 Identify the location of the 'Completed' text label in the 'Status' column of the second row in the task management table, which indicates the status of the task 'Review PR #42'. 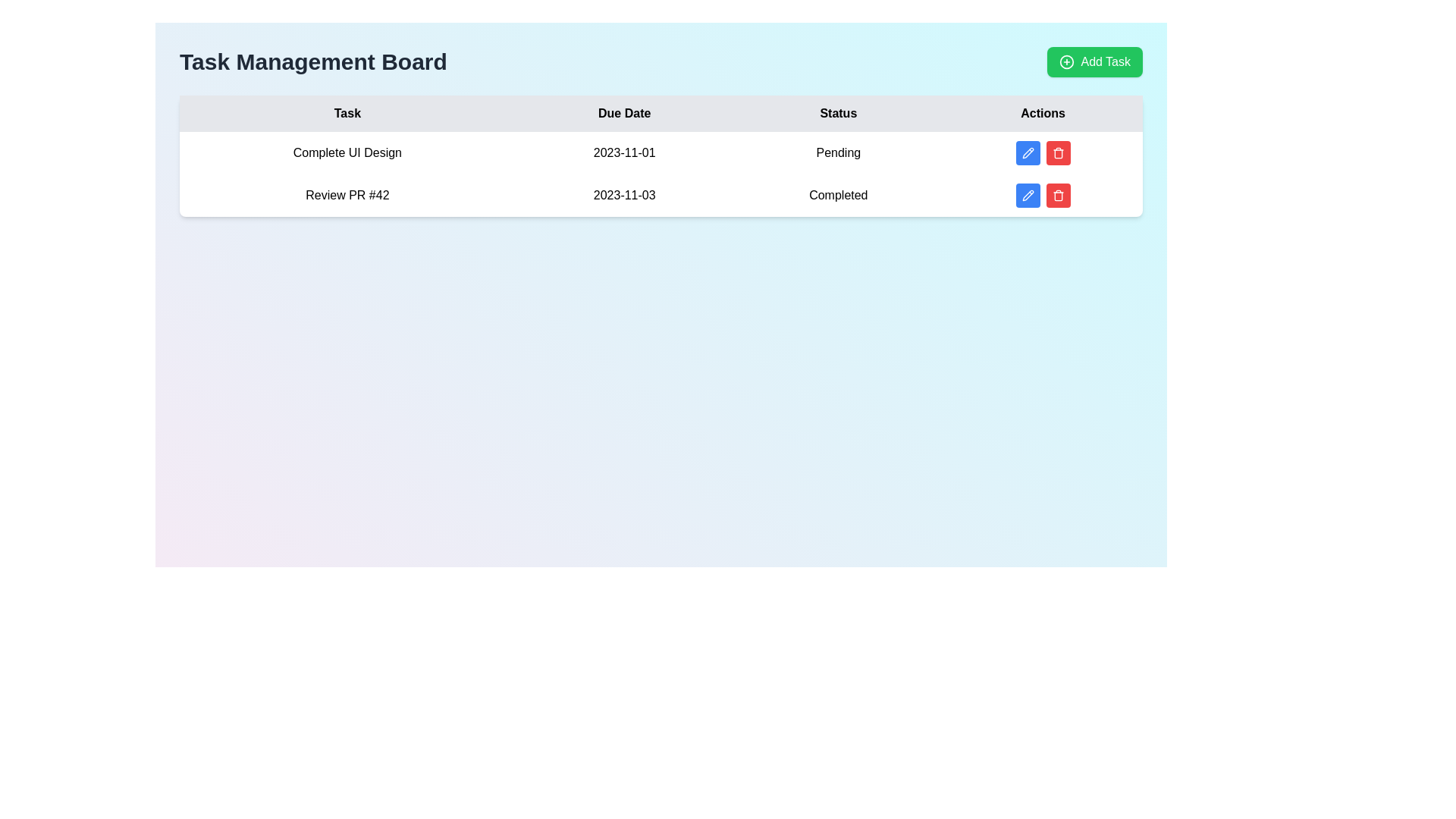
(837, 195).